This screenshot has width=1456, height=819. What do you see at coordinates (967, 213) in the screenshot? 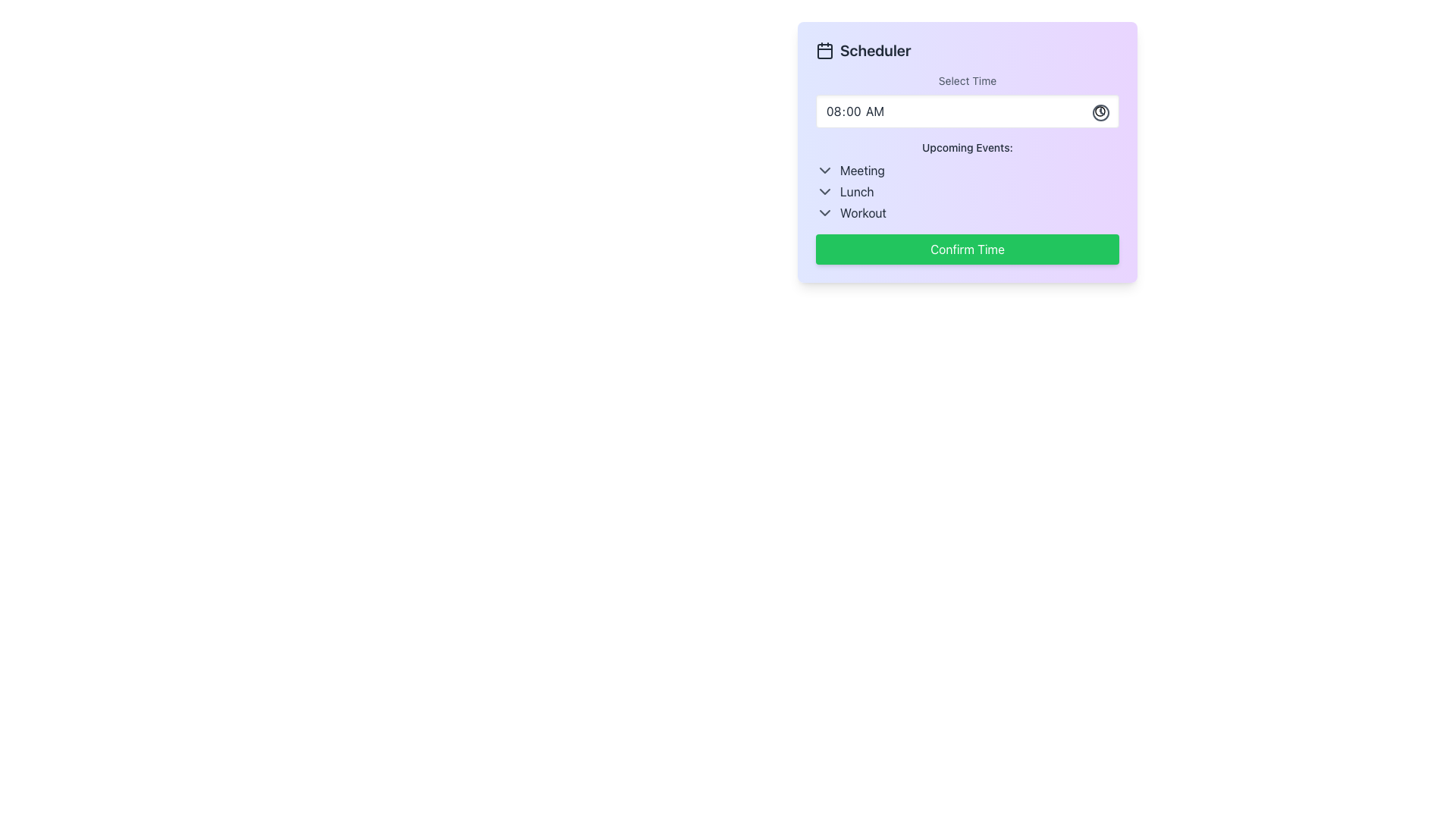
I see `the third List Item labeled 'Workout' in the scheduling interface` at bounding box center [967, 213].